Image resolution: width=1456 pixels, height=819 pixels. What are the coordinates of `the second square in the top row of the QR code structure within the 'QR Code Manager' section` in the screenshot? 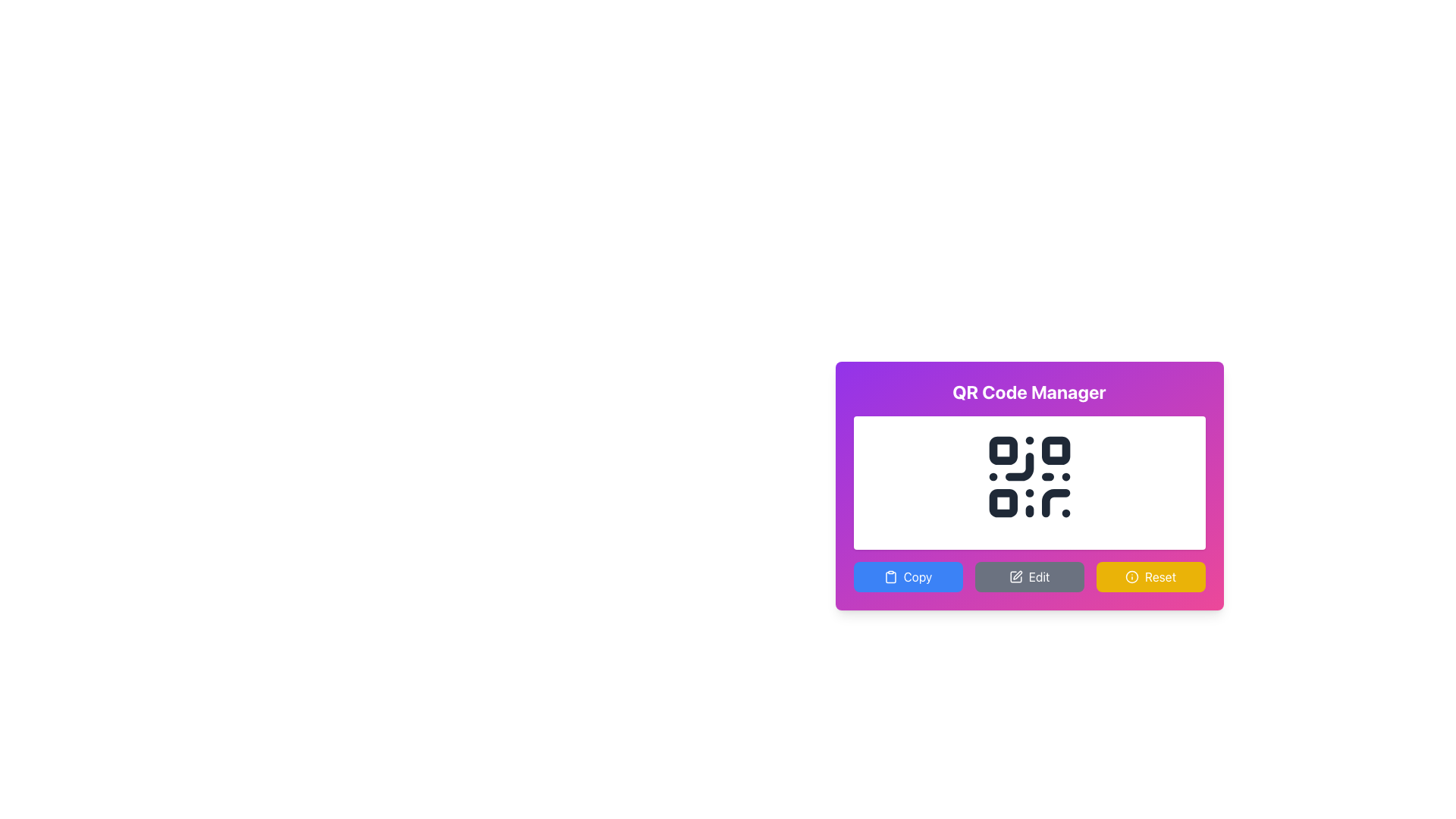 It's located at (1055, 450).